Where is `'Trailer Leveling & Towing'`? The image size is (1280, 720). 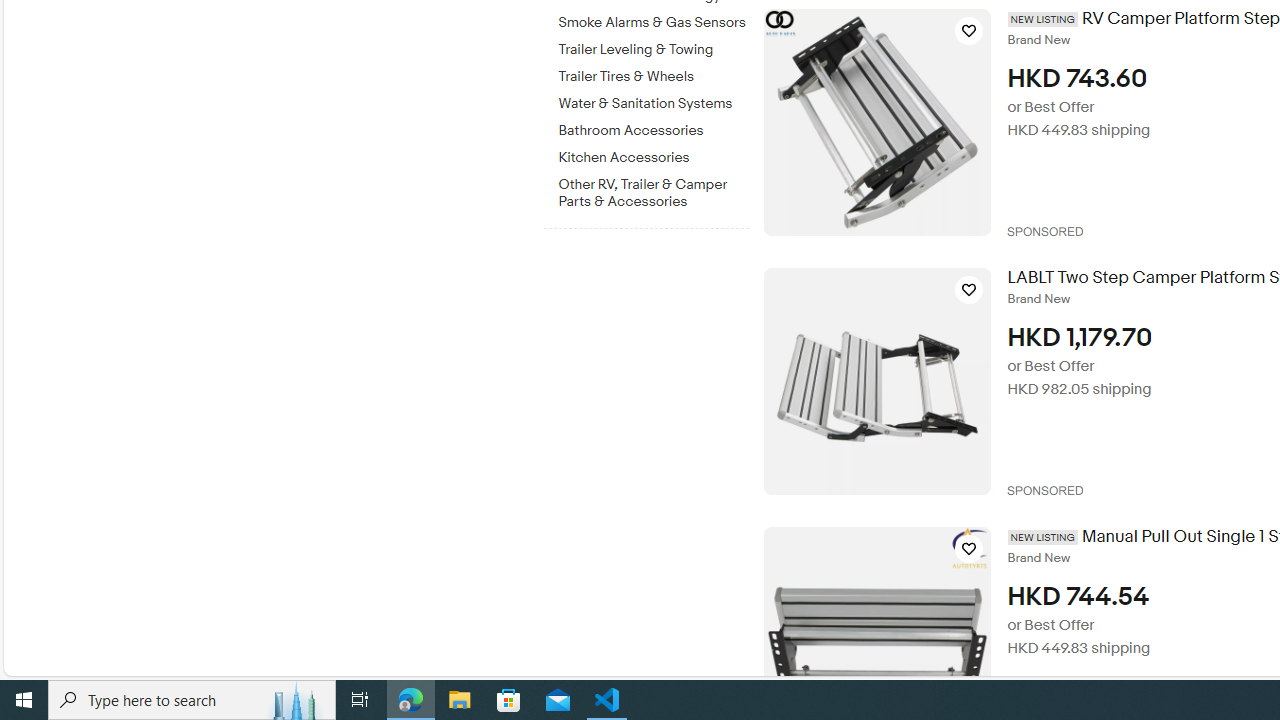 'Trailer Leveling & Towing' is located at coordinates (653, 49).